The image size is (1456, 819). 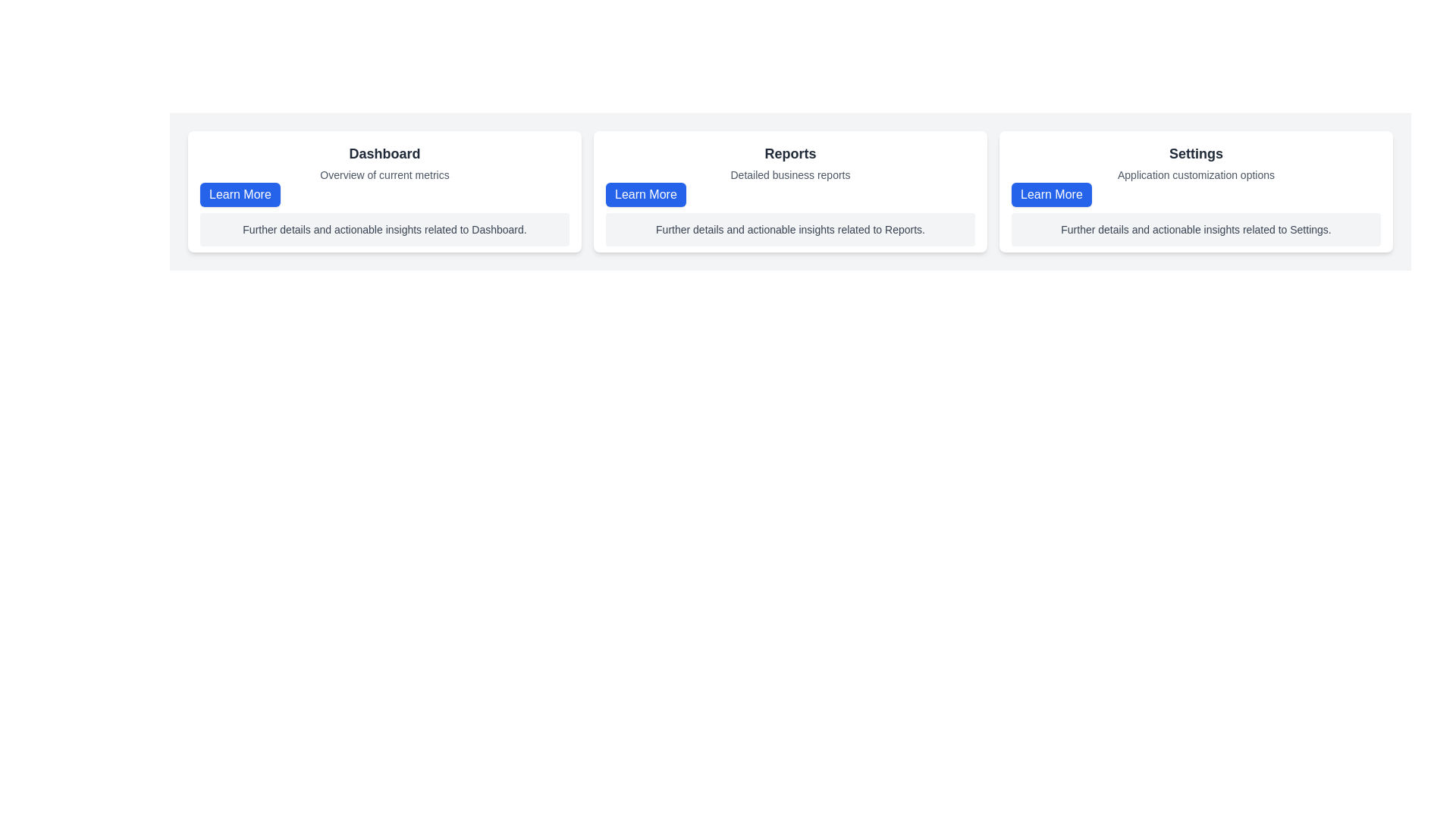 What do you see at coordinates (1195, 154) in the screenshot?
I see `text of the bold 'Settings' label located at the top-center of an information card in the third column of a three-panel layout` at bounding box center [1195, 154].